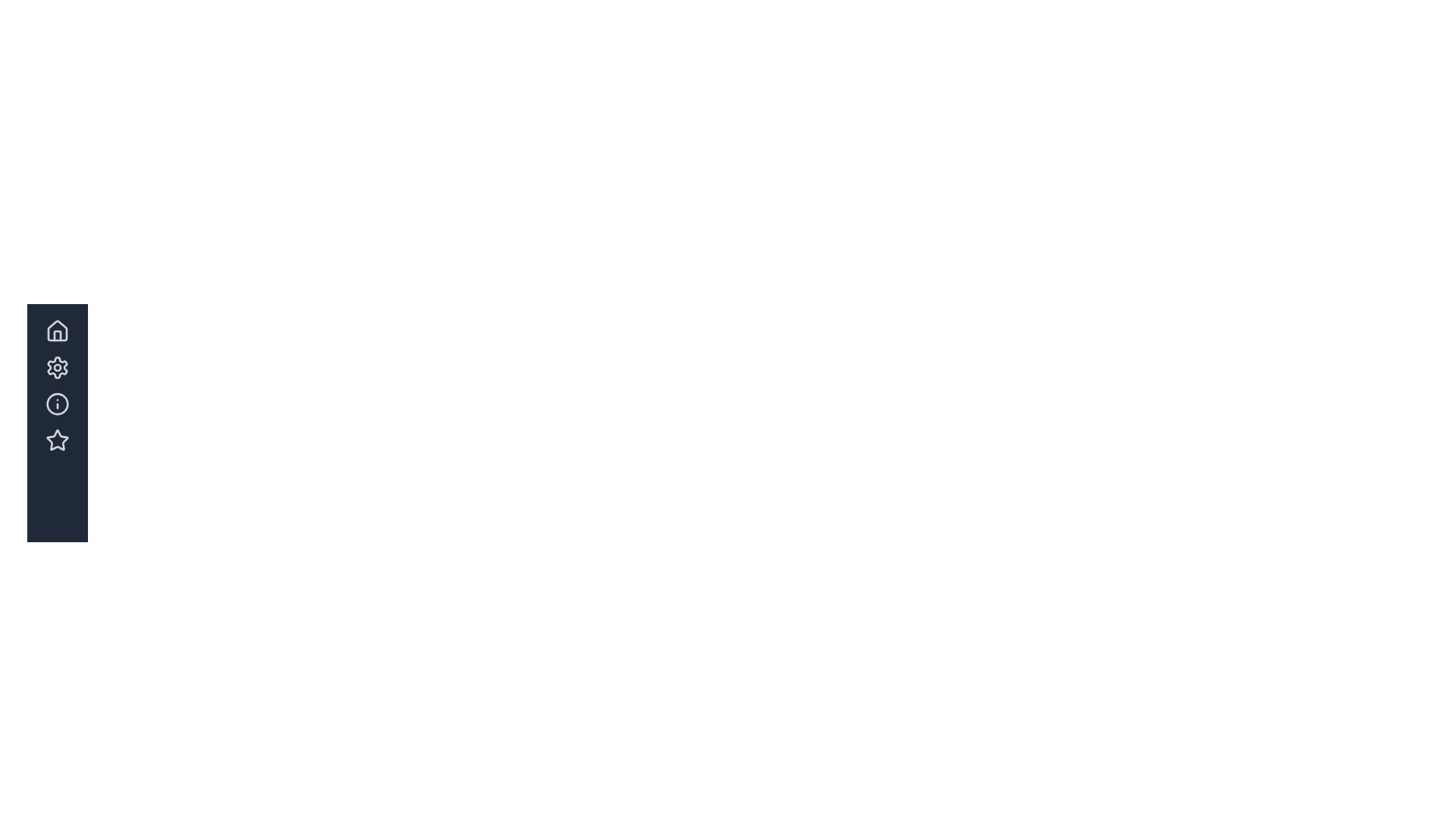  Describe the element at coordinates (58, 403) in the screenshot. I see `the info icon located in the left-hand sidebar, which is the third icon in a vertical list of four icons` at that location.